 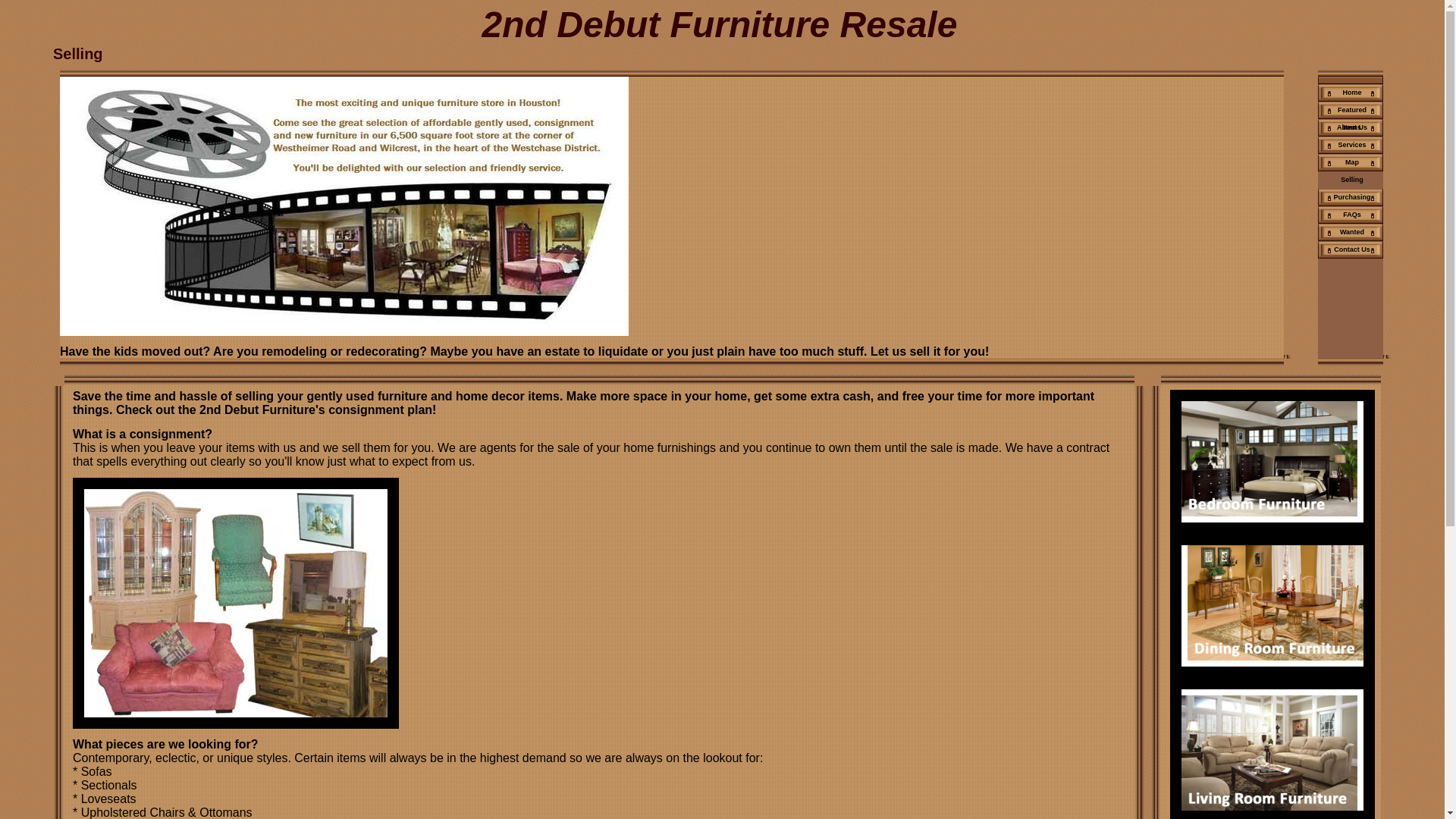 What do you see at coordinates (1350, 93) in the screenshot?
I see `'Home'` at bounding box center [1350, 93].